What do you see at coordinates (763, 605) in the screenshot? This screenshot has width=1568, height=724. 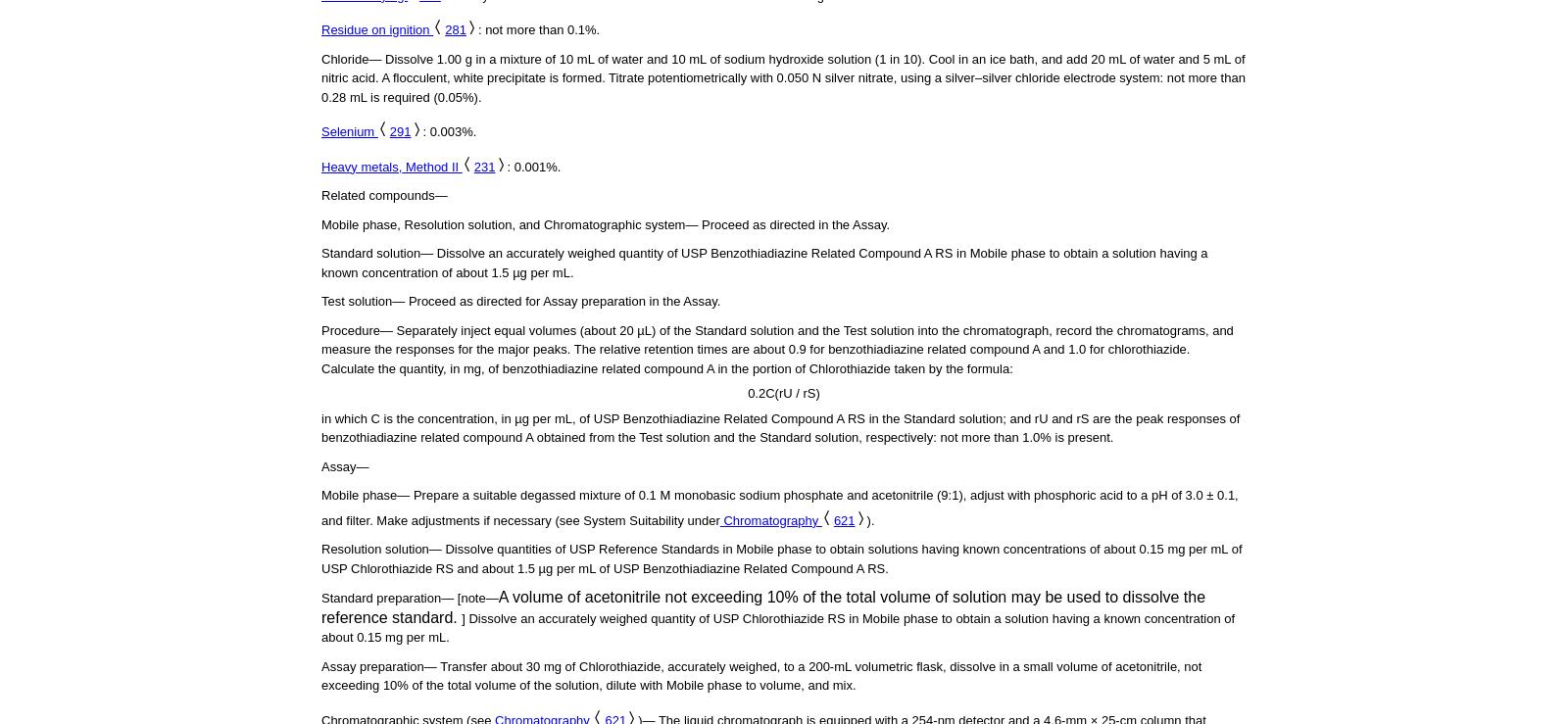 I see `'A volume of acetonitrile not exceeding 10% of the total volume of solution may be used to dissolve the reference standard.'` at bounding box center [763, 605].